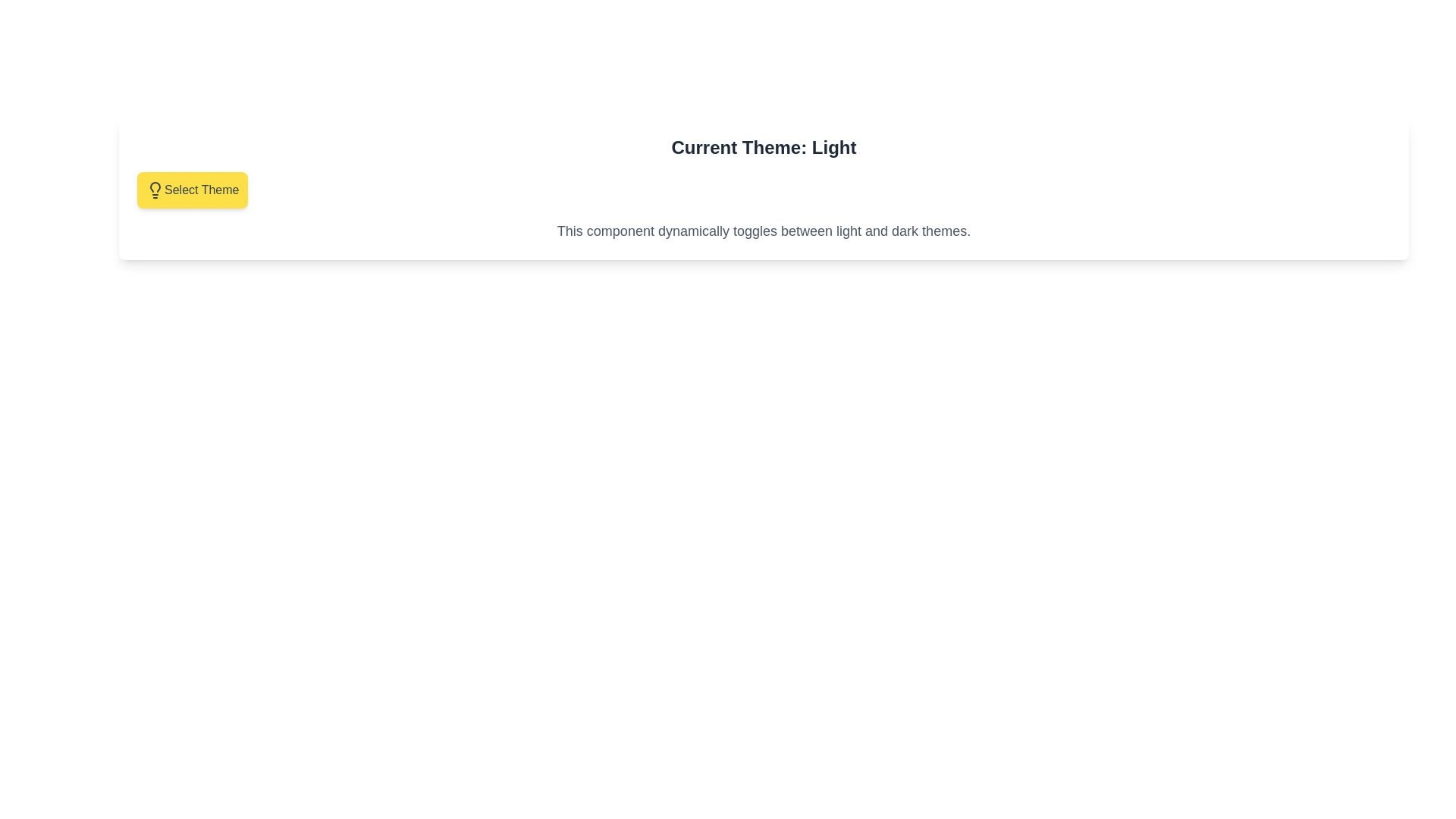 This screenshot has height=819, width=1456. I want to click on the lightbulb icon located inside the yellow 'Select Theme' button, which is positioned to the far left of the button's text, so click(155, 189).